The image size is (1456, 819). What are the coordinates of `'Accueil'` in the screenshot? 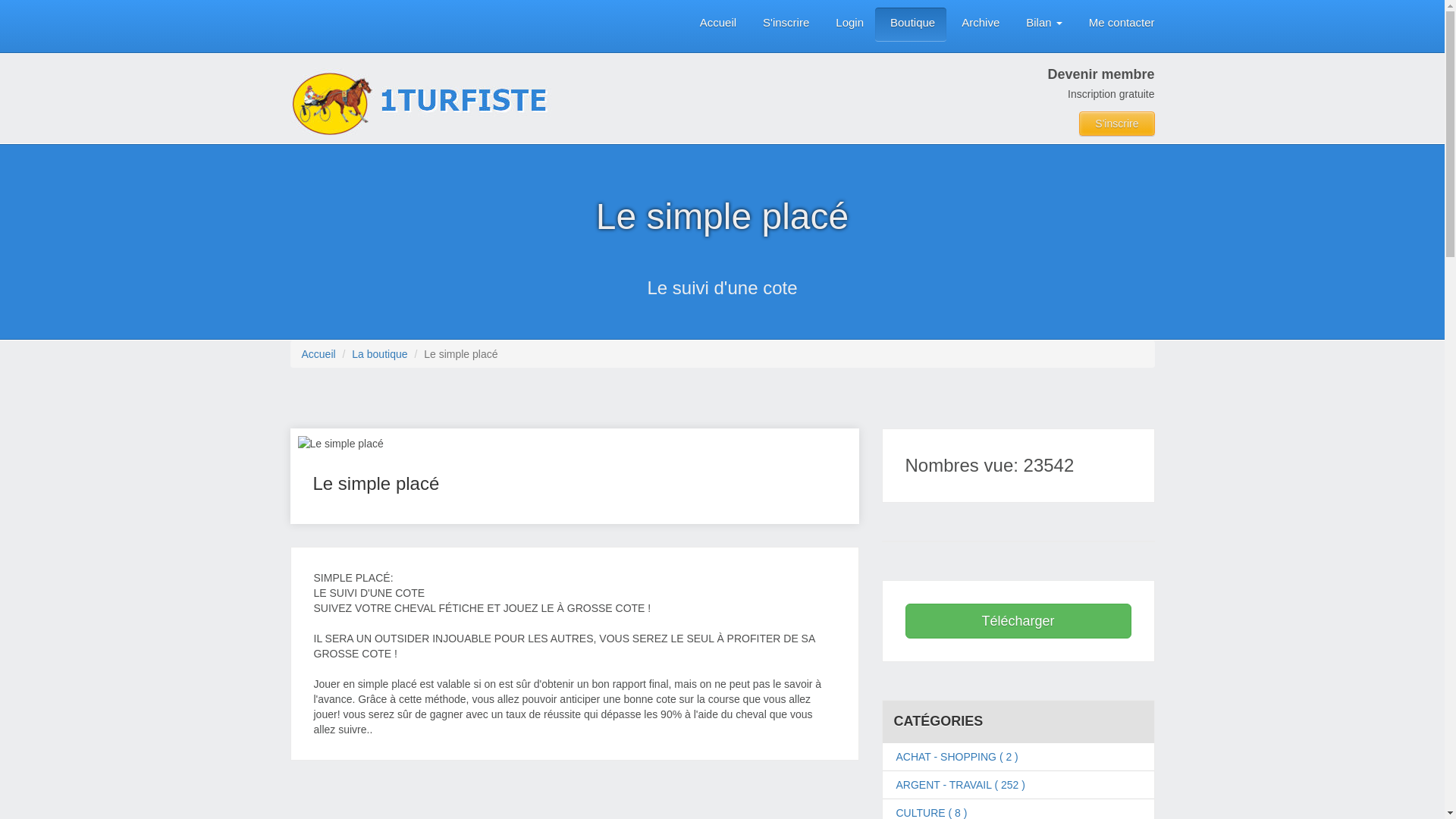 It's located at (715, 24).